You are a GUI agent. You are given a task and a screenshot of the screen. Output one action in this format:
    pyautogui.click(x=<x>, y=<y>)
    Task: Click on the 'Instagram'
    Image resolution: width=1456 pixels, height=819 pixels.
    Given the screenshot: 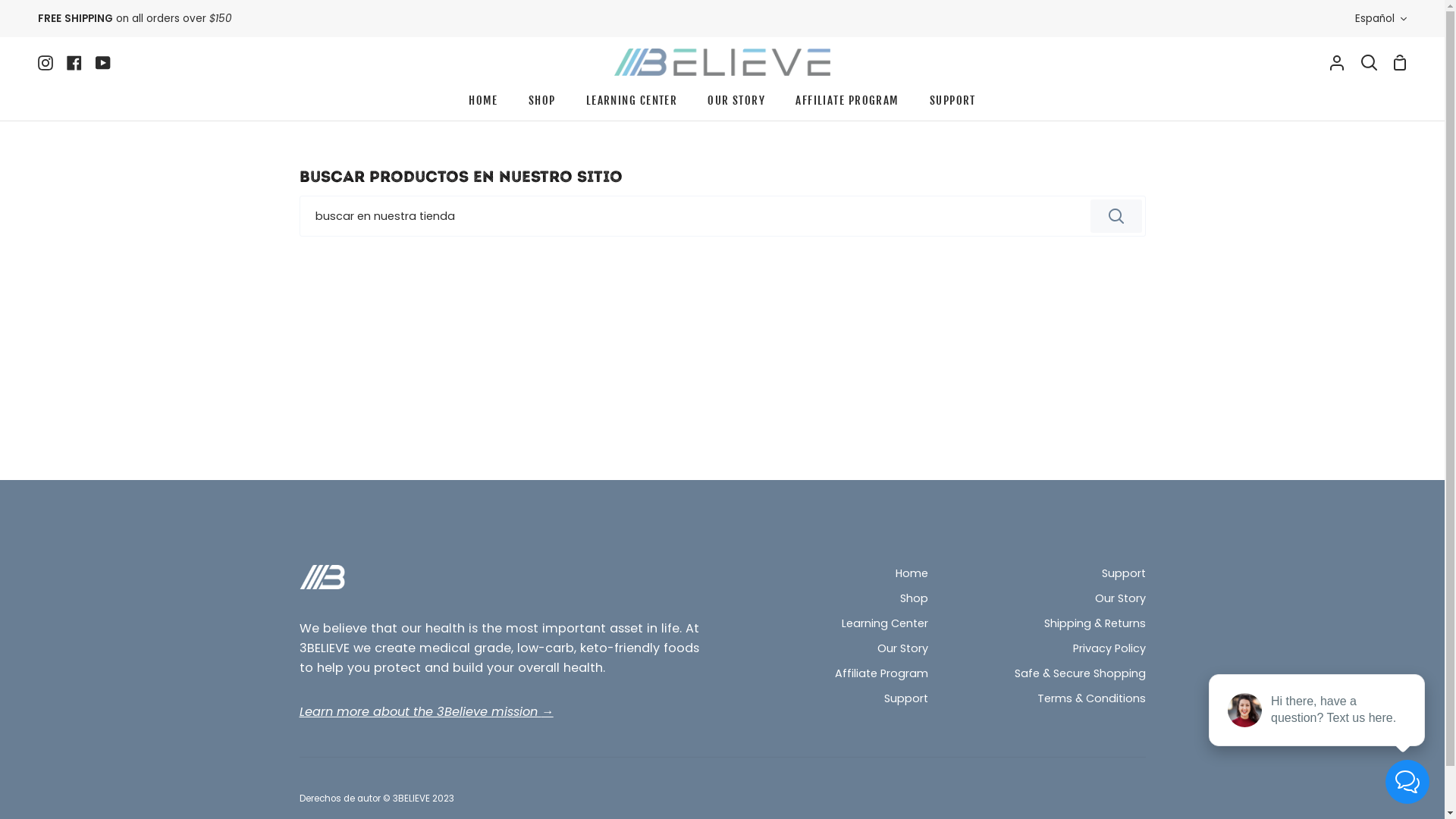 What is the action you would take?
    pyautogui.click(x=37, y=61)
    